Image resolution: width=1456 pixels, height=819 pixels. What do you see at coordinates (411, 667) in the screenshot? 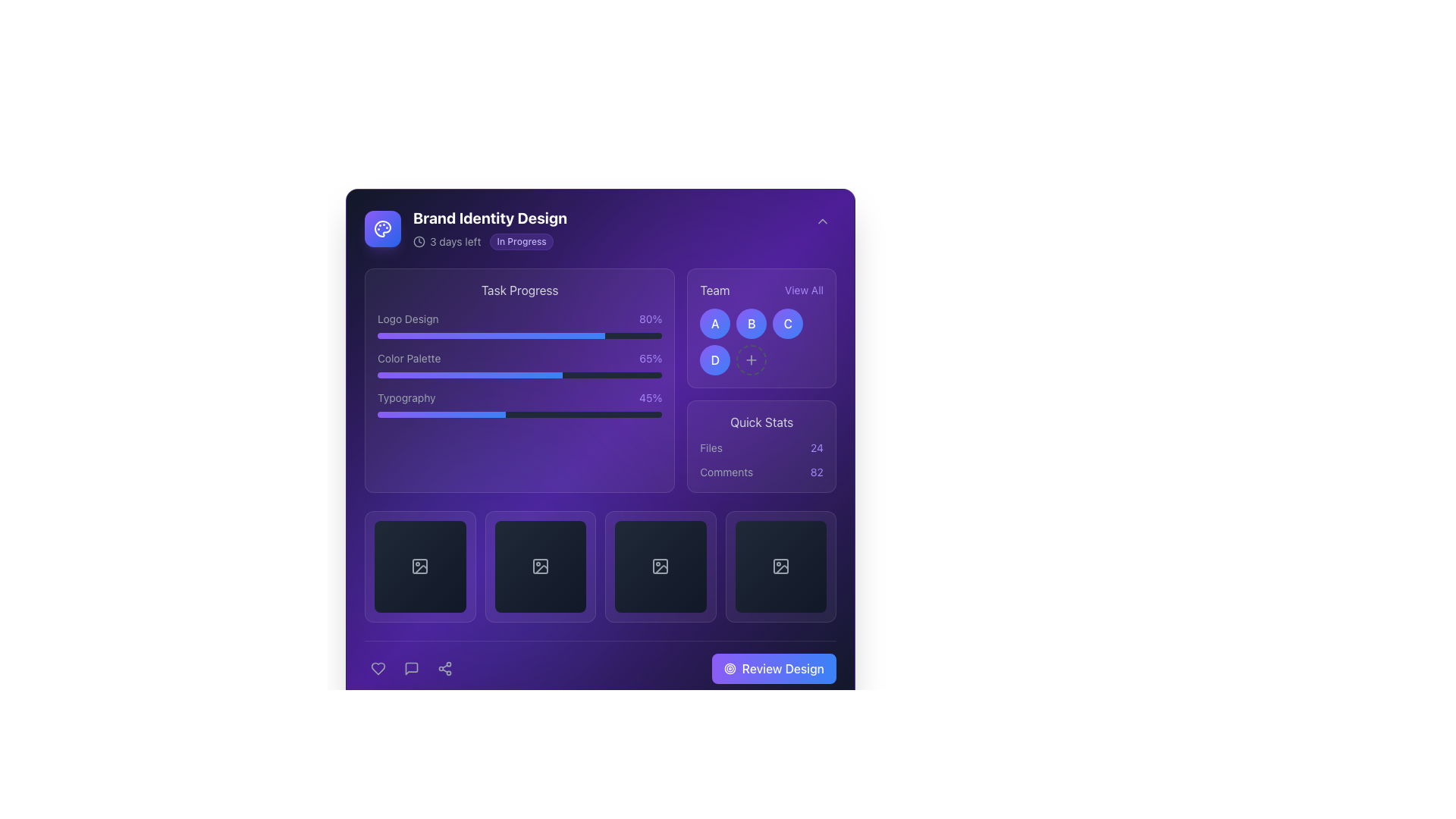
I see `the comment button located at the bottom center of the interface, positioned between a heart icon and a share icon` at bounding box center [411, 667].